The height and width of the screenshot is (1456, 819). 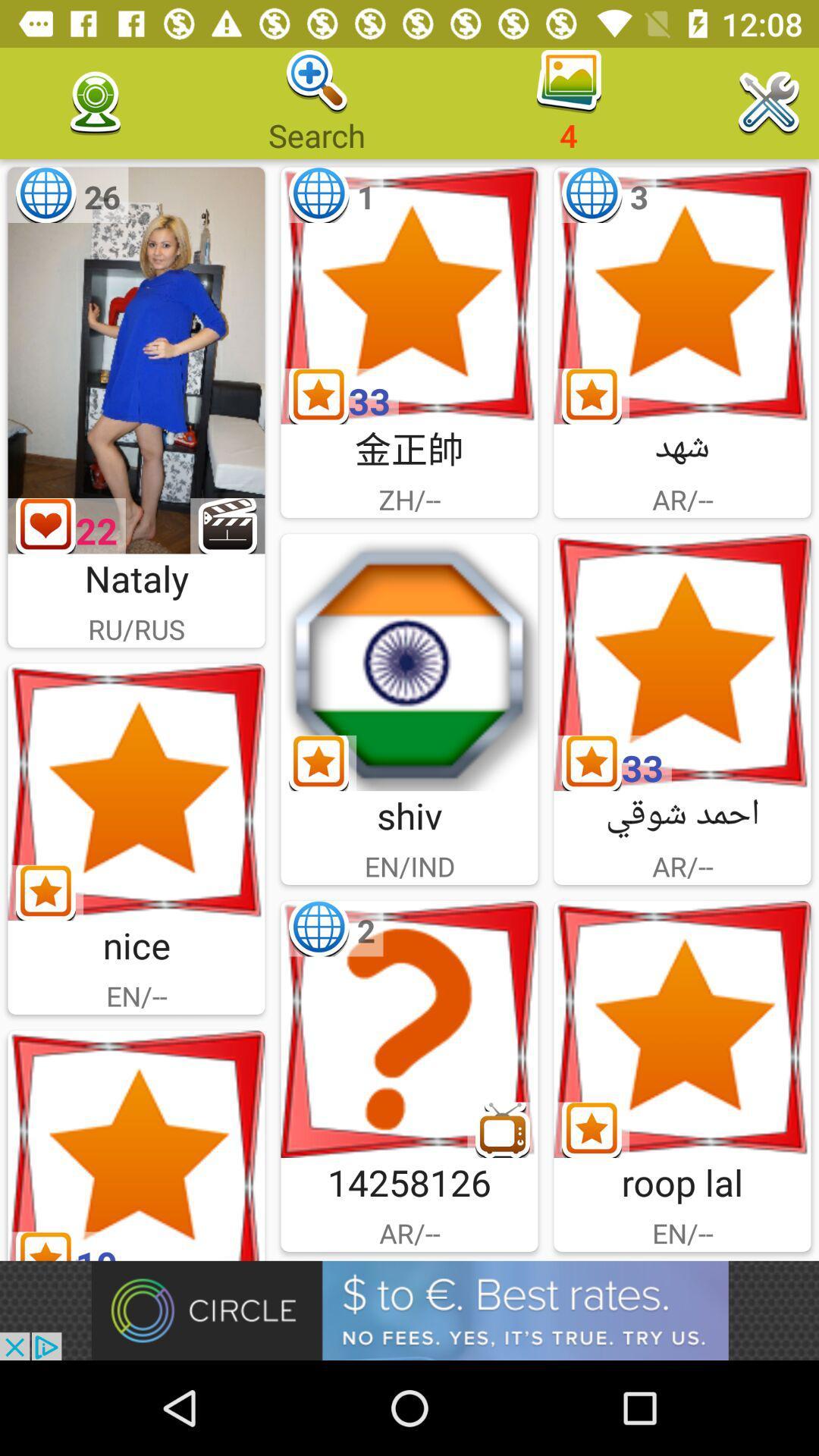 What do you see at coordinates (409, 1310) in the screenshot?
I see `banner advertisement` at bounding box center [409, 1310].